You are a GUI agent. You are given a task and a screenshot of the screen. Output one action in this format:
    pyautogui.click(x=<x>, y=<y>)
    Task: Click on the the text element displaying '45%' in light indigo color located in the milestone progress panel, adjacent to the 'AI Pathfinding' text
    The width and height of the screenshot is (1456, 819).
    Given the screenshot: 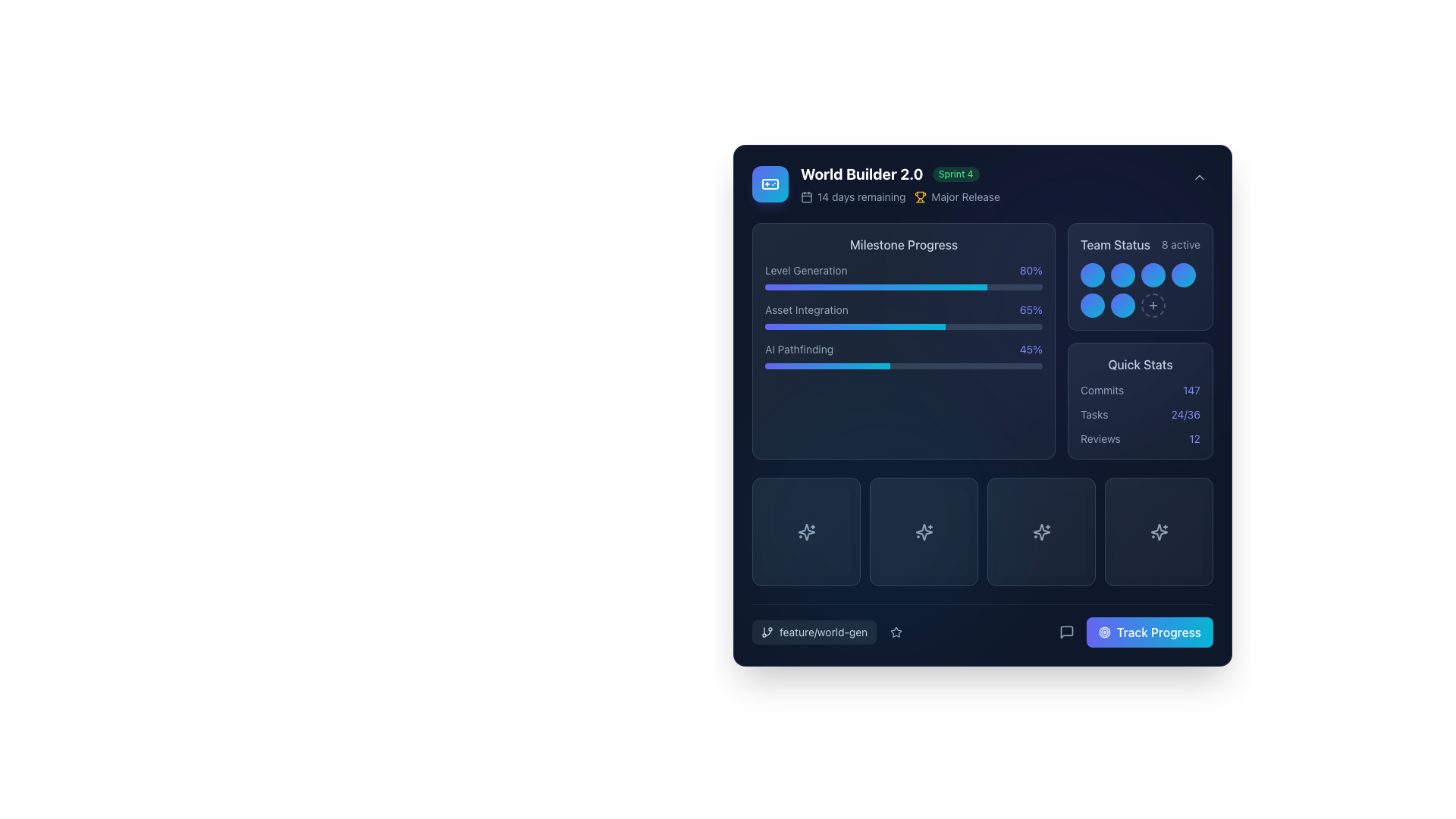 What is the action you would take?
    pyautogui.click(x=1031, y=350)
    